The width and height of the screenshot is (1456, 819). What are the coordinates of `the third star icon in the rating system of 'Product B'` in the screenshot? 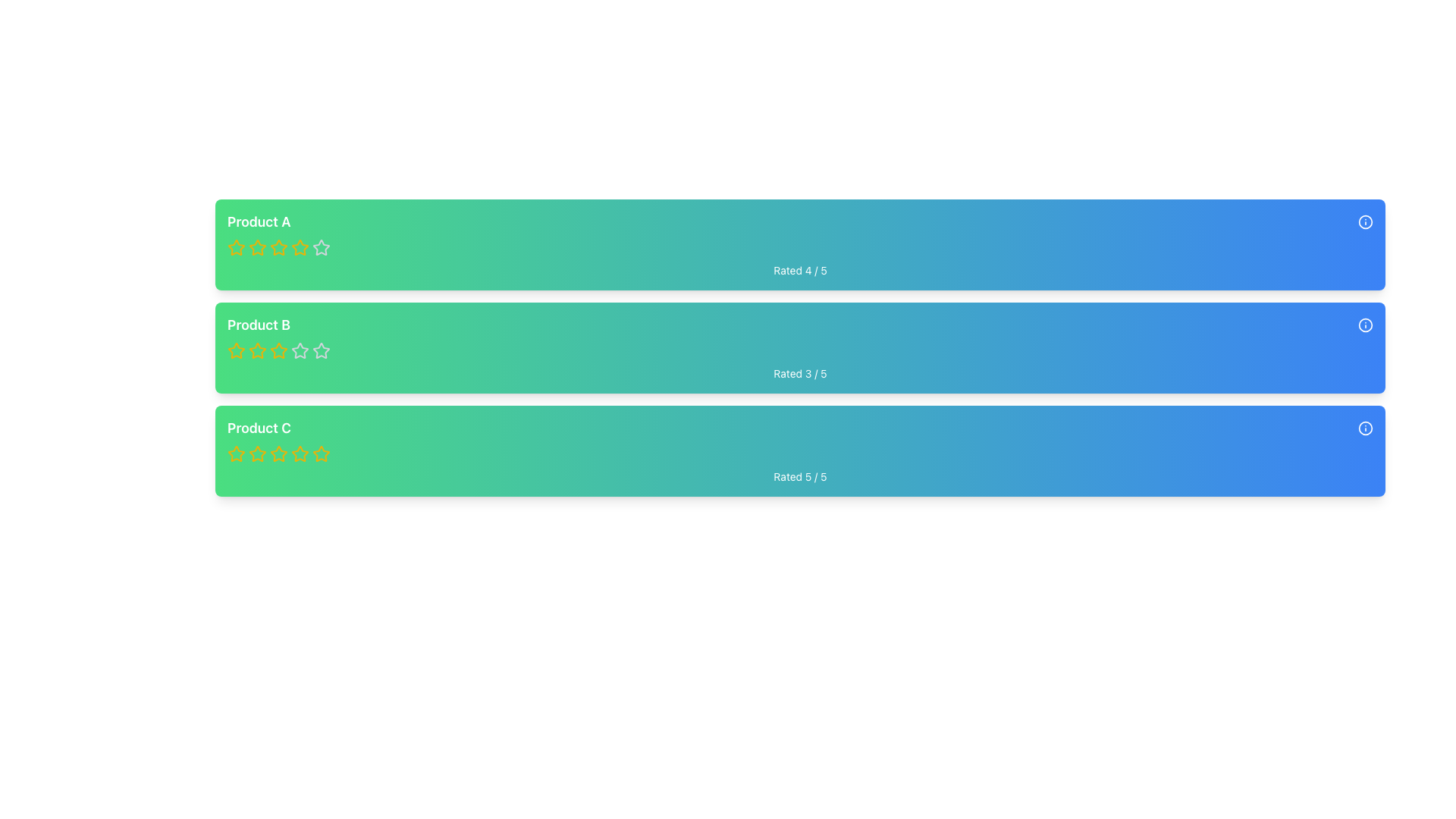 It's located at (300, 350).